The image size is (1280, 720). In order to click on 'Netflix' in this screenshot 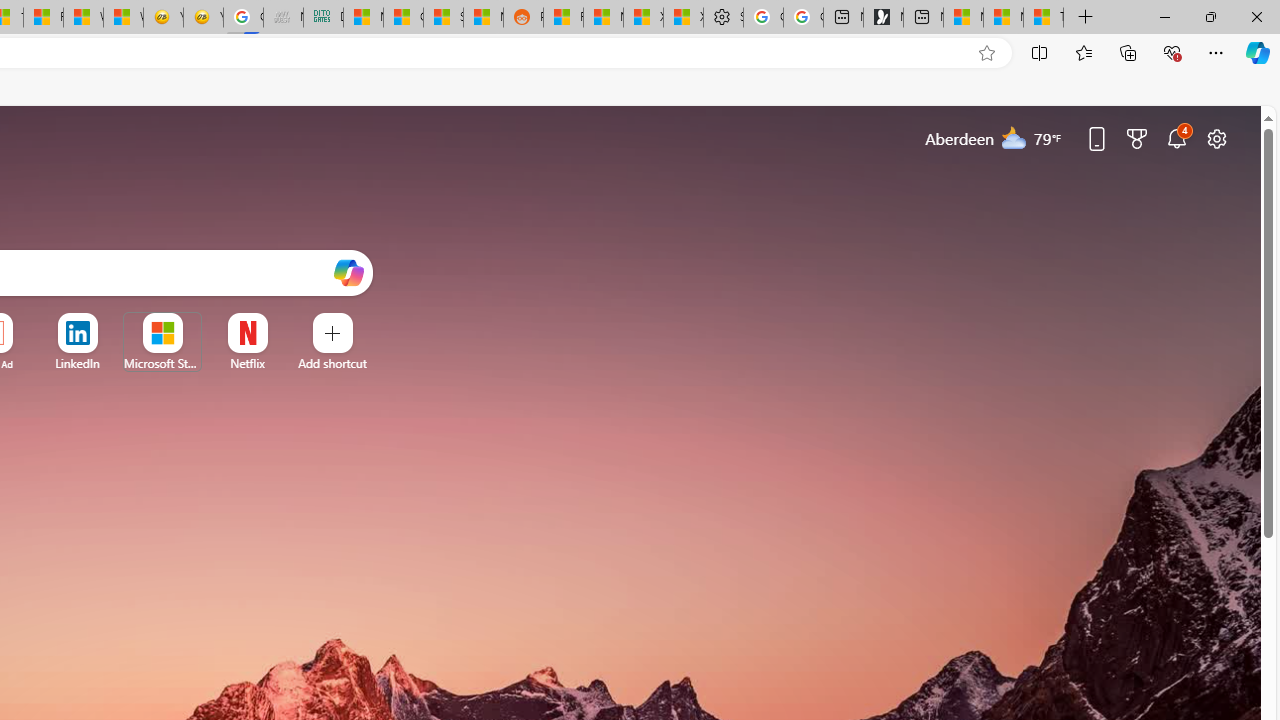, I will do `click(246, 363)`.